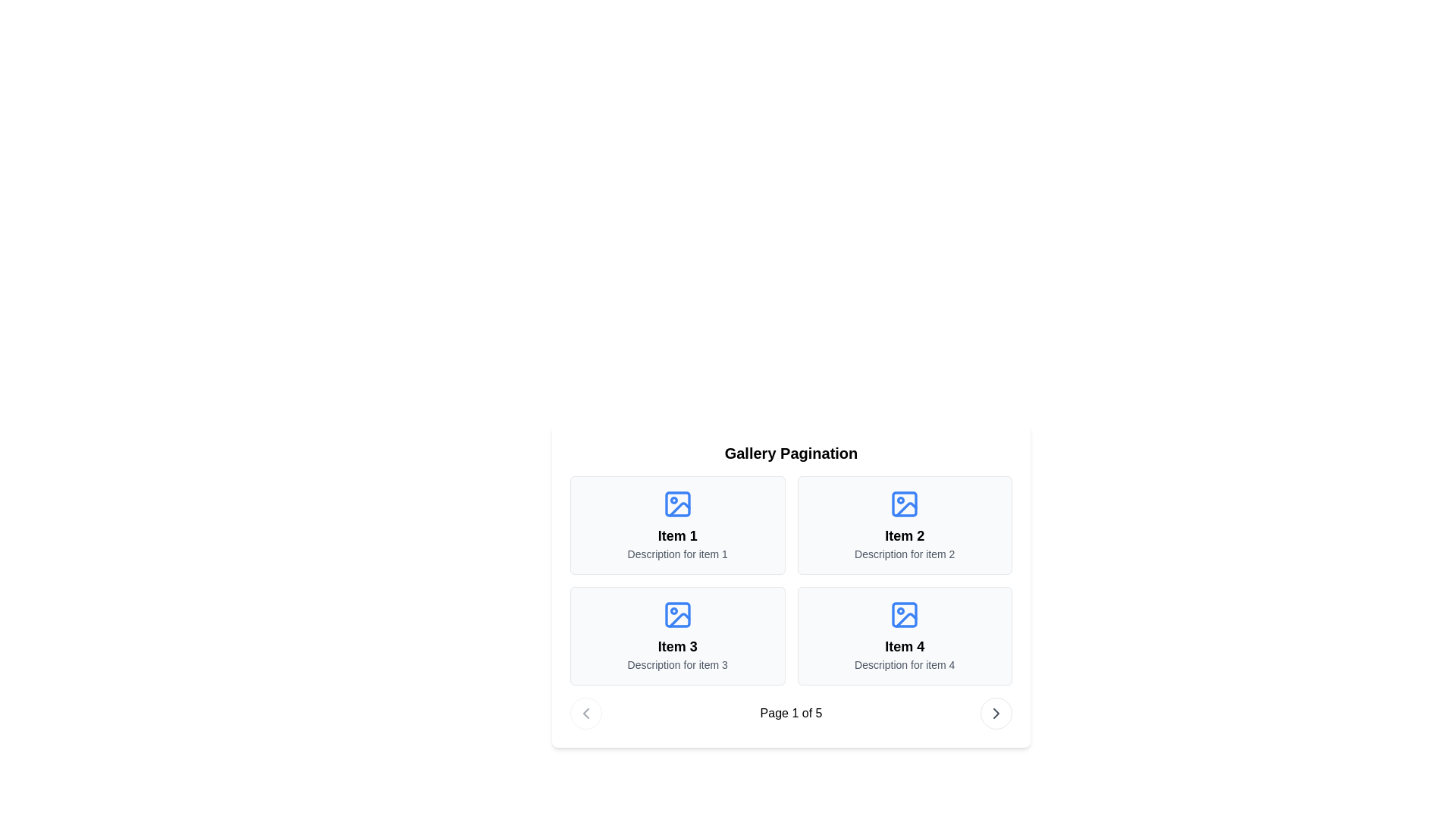 The width and height of the screenshot is (1456, 819). I want to click on the static text located in the bottom-right corner of the fourth card in the grid, which displays a title or label for the associated content, so click(905, 646).